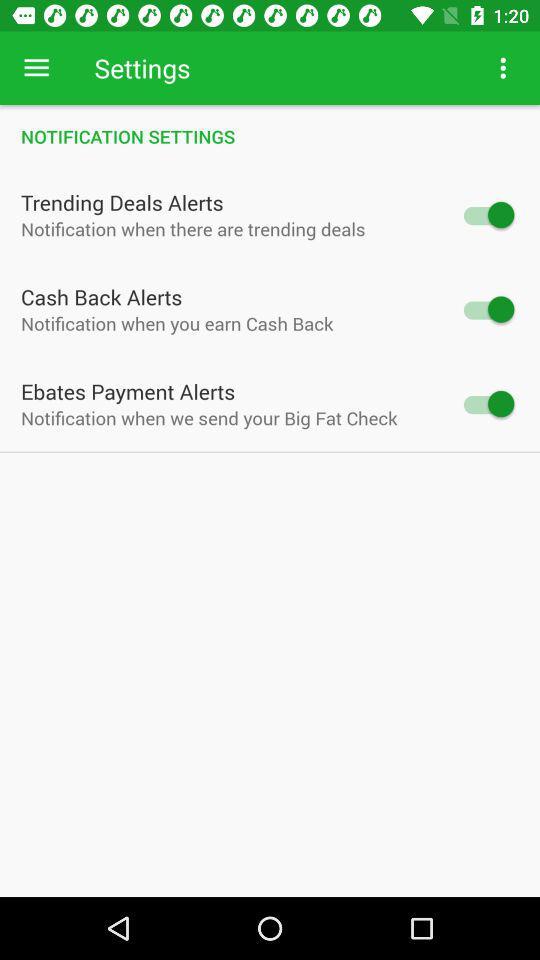  I want to click on the app next to settings app, so click(502, 68).